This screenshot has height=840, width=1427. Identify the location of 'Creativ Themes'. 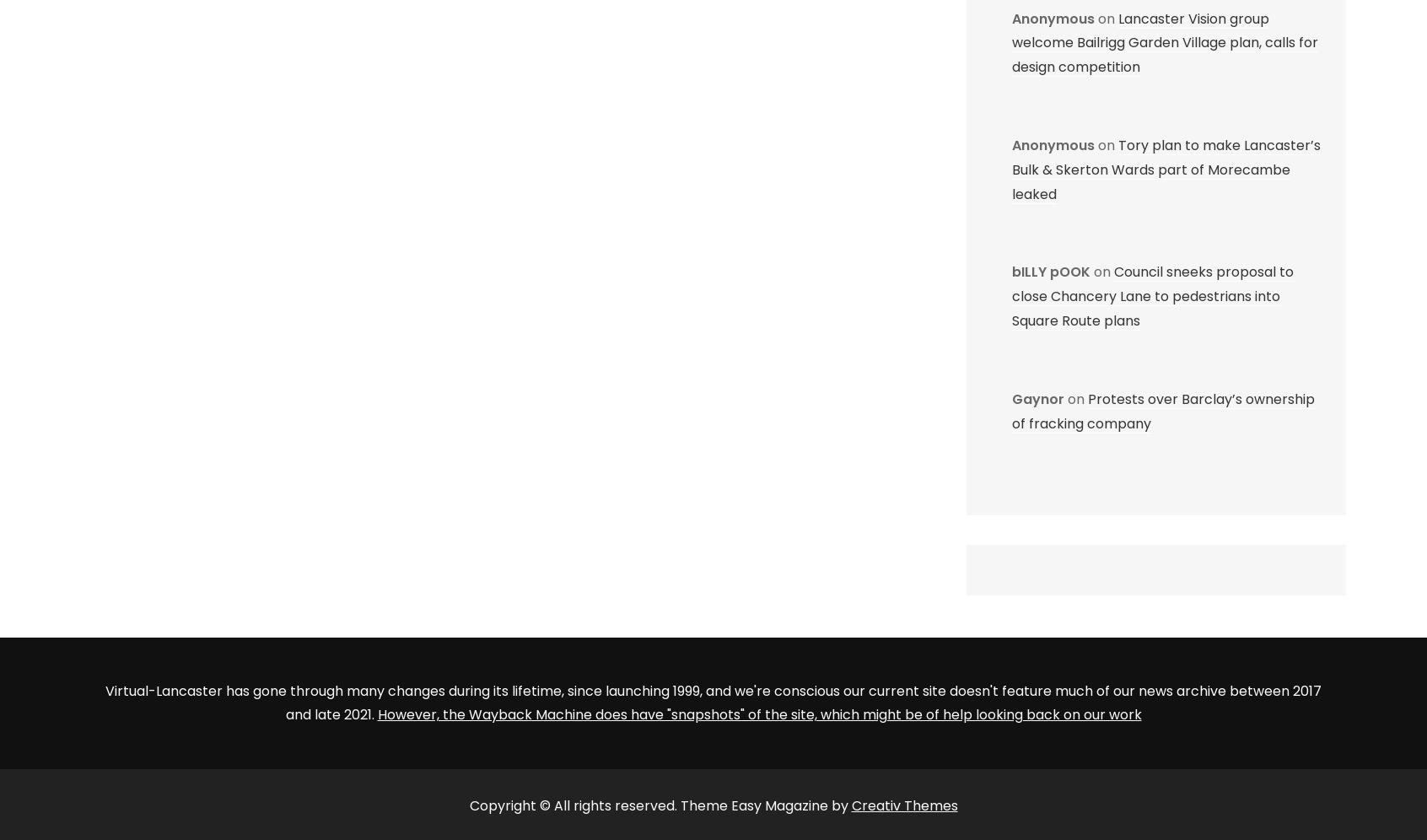
(904, 805).